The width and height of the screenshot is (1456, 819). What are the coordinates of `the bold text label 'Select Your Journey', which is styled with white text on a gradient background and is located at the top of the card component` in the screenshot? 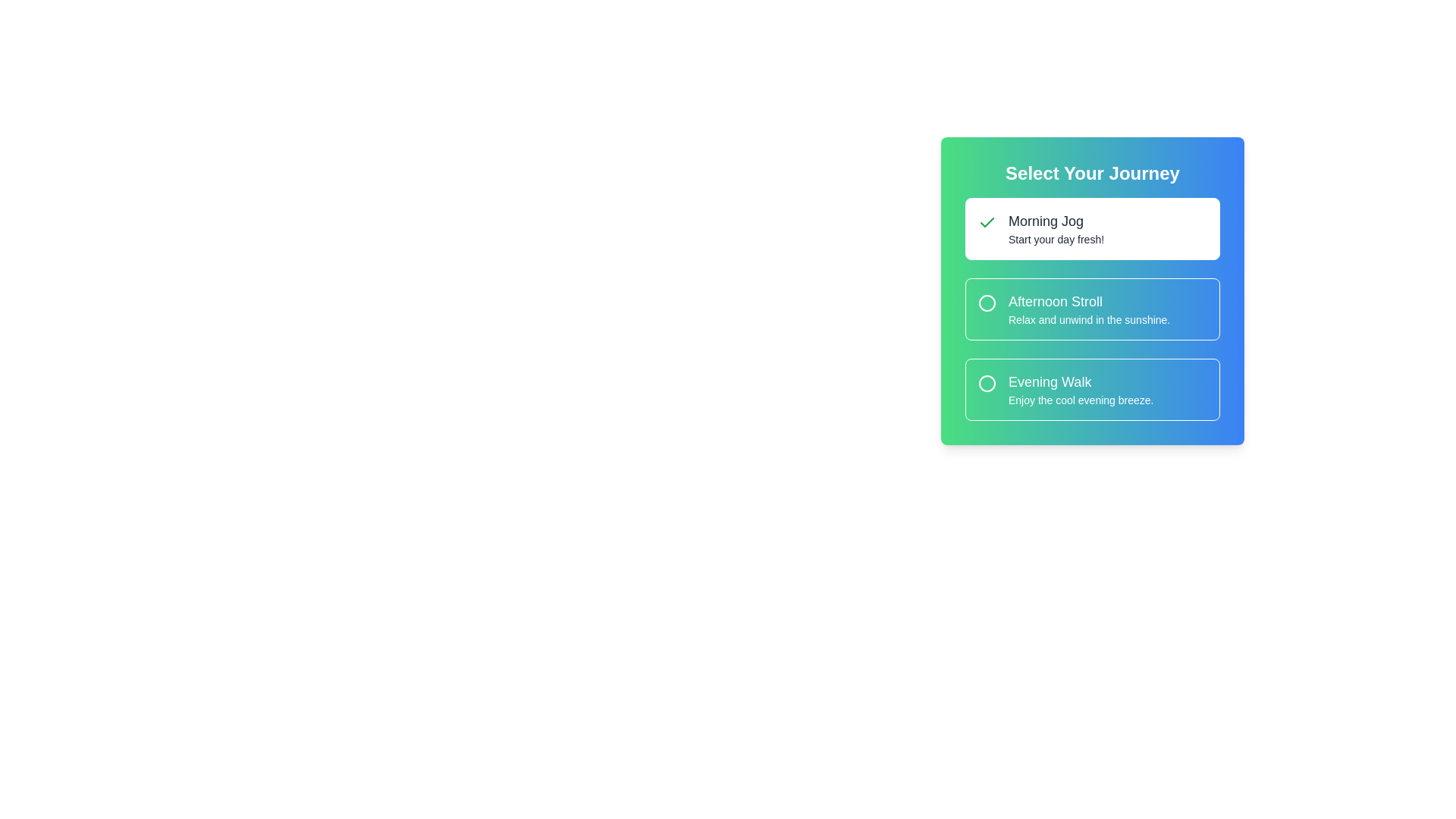 It's located at (1092, 172).